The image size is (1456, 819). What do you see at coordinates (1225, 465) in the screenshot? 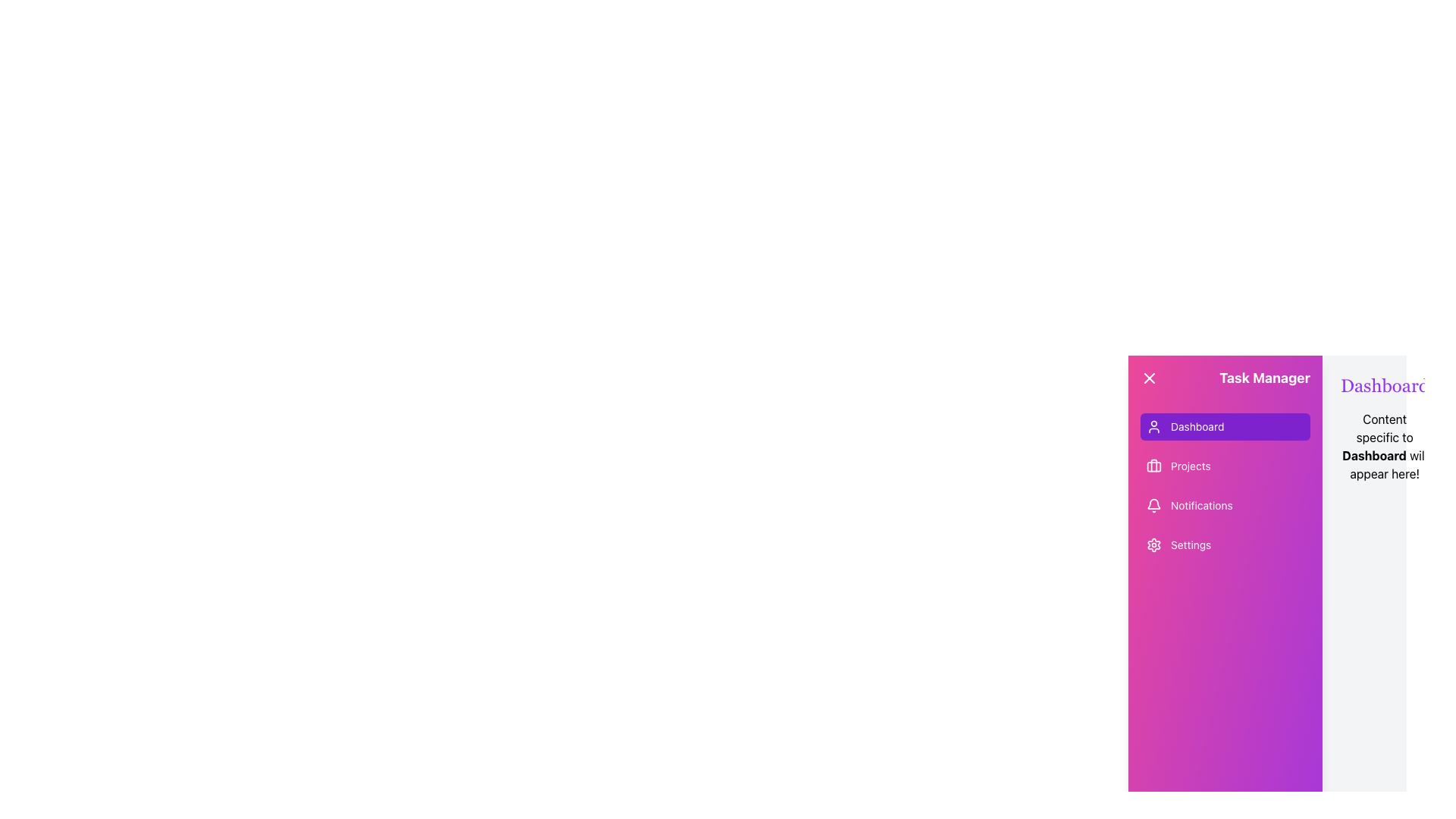
I see `the 'Projects' navigation item located in the vertical menu, which is the second item from the top under 'Dashboard'` at bounding box center [1225, 465].